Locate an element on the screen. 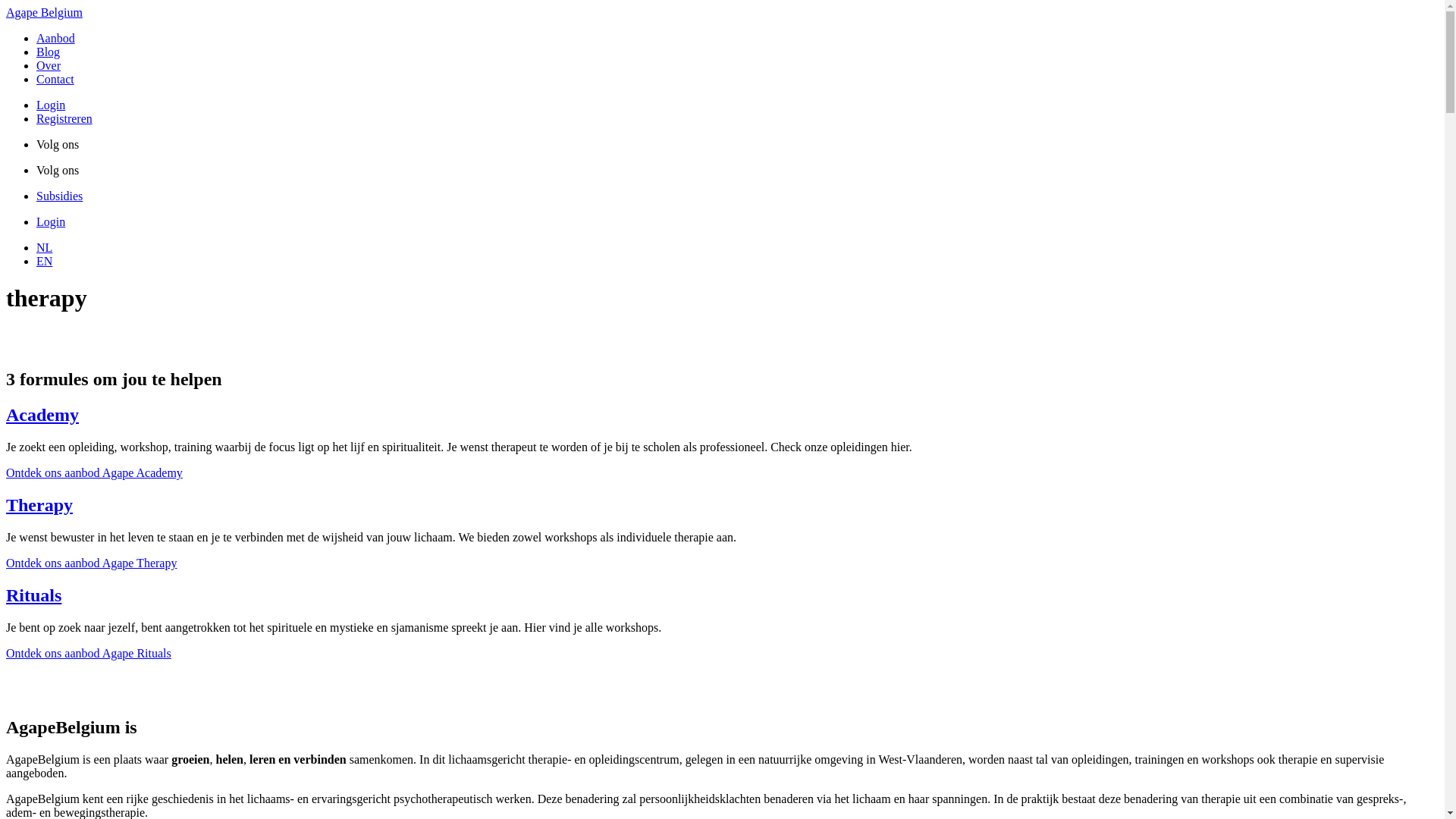 The width and height of the screenshot is (1456, 819). 'EN' is located at coordinates (44, 260).